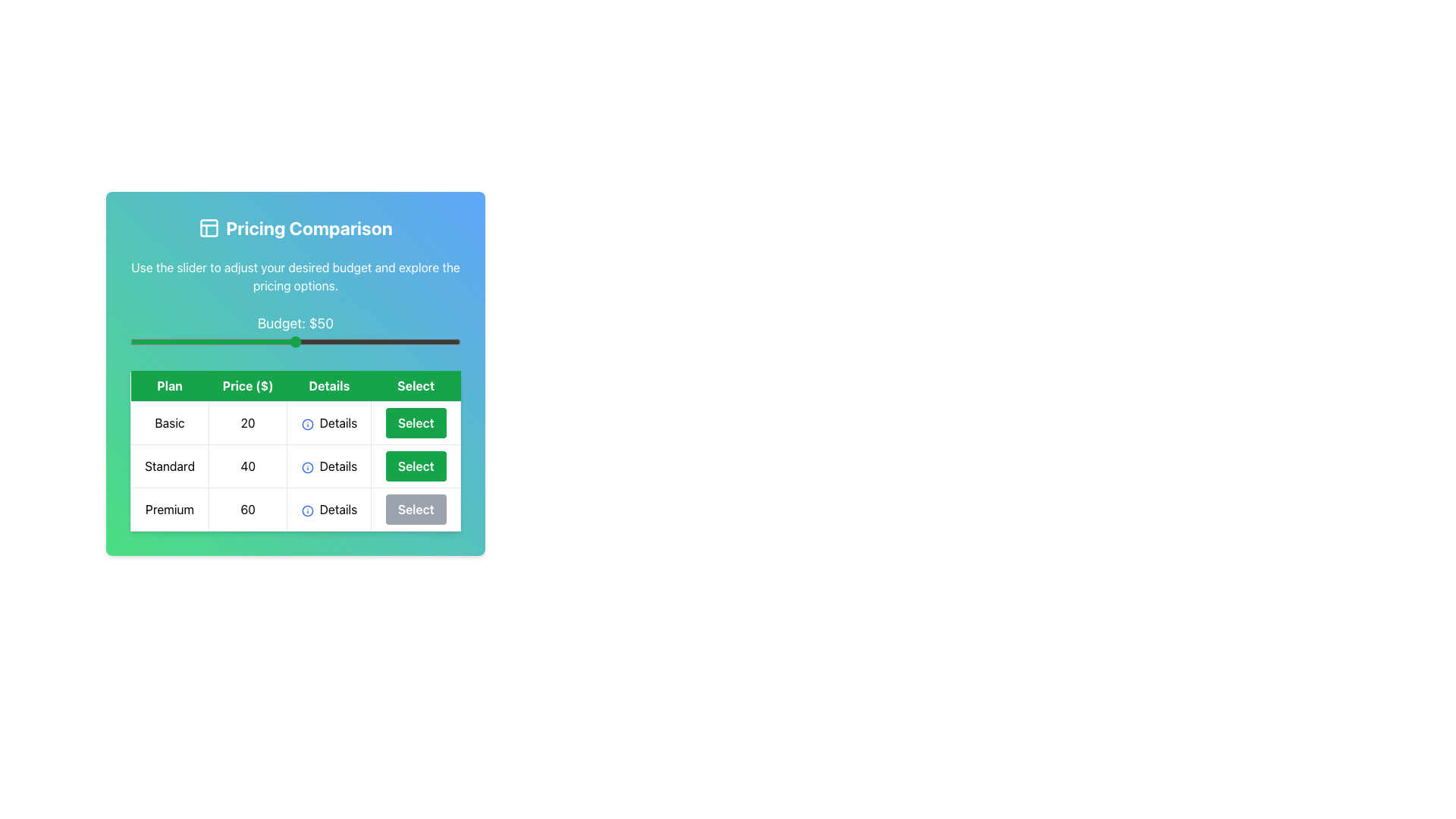 This screenshot has width=1456, height=819. Describe the element at coordinates (328, 385) in the screenshot. I see `the Table Header Cell labeled 'Details', which is the third column header in the table, displayed with white text on a green background` at that location.